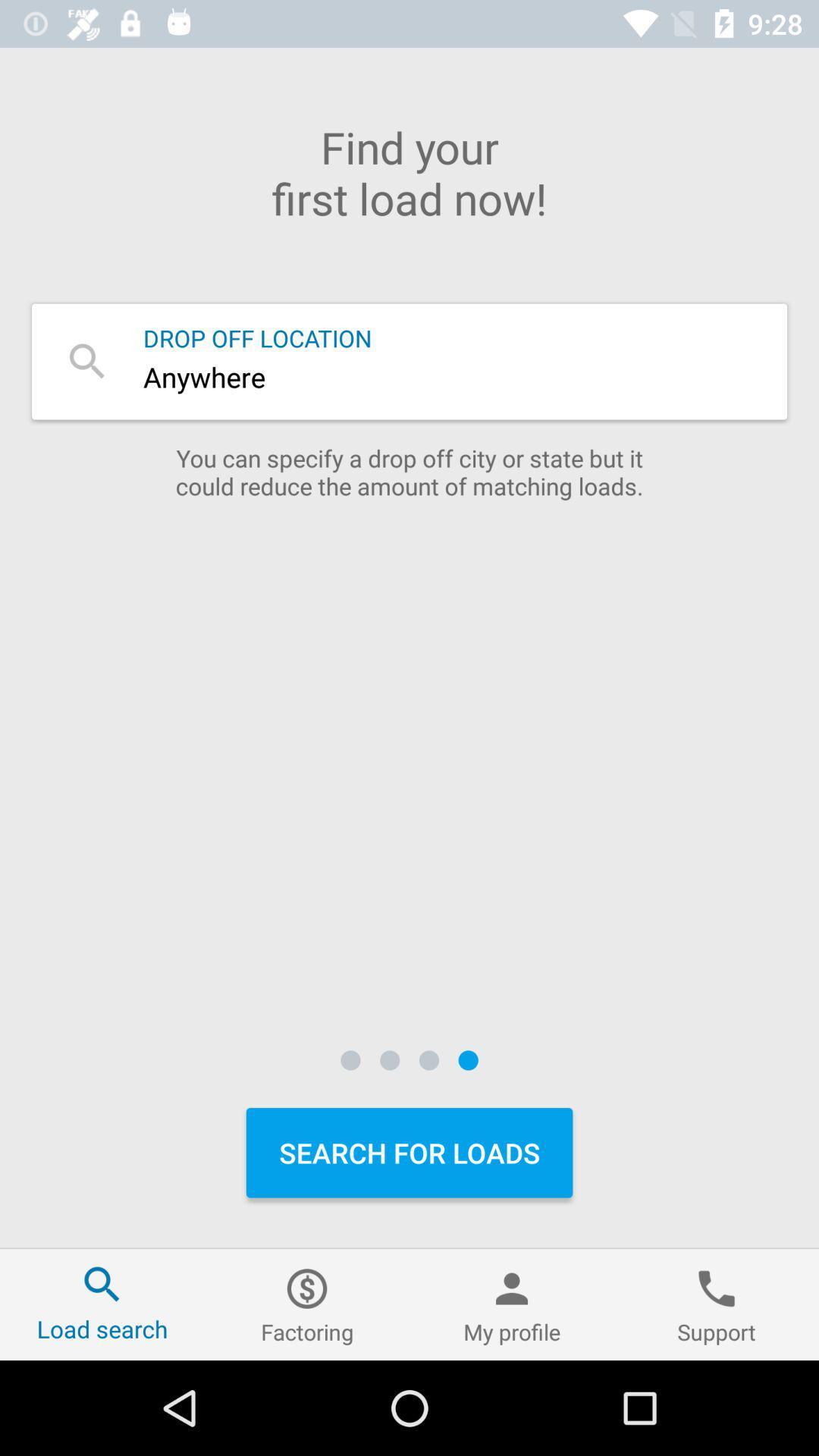 This screenshot has width=819, height=1456. I want to click on the item at the bottom left corner, so click(102, 1304).